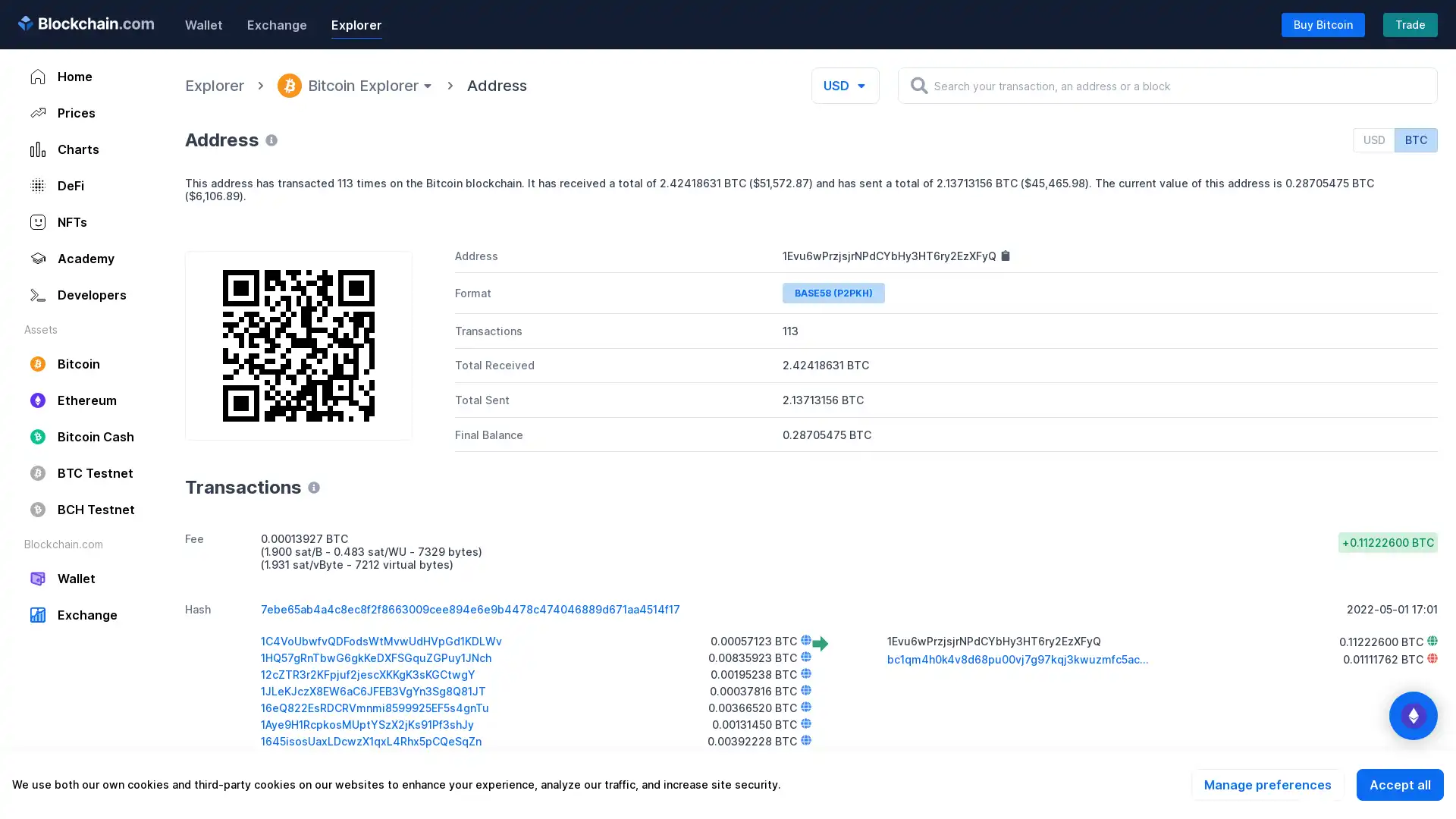  What do you see at coordinates (1323, 24) in the screenshot?
I see `Buy Bitcoin` at bounding box center [1323, 24].